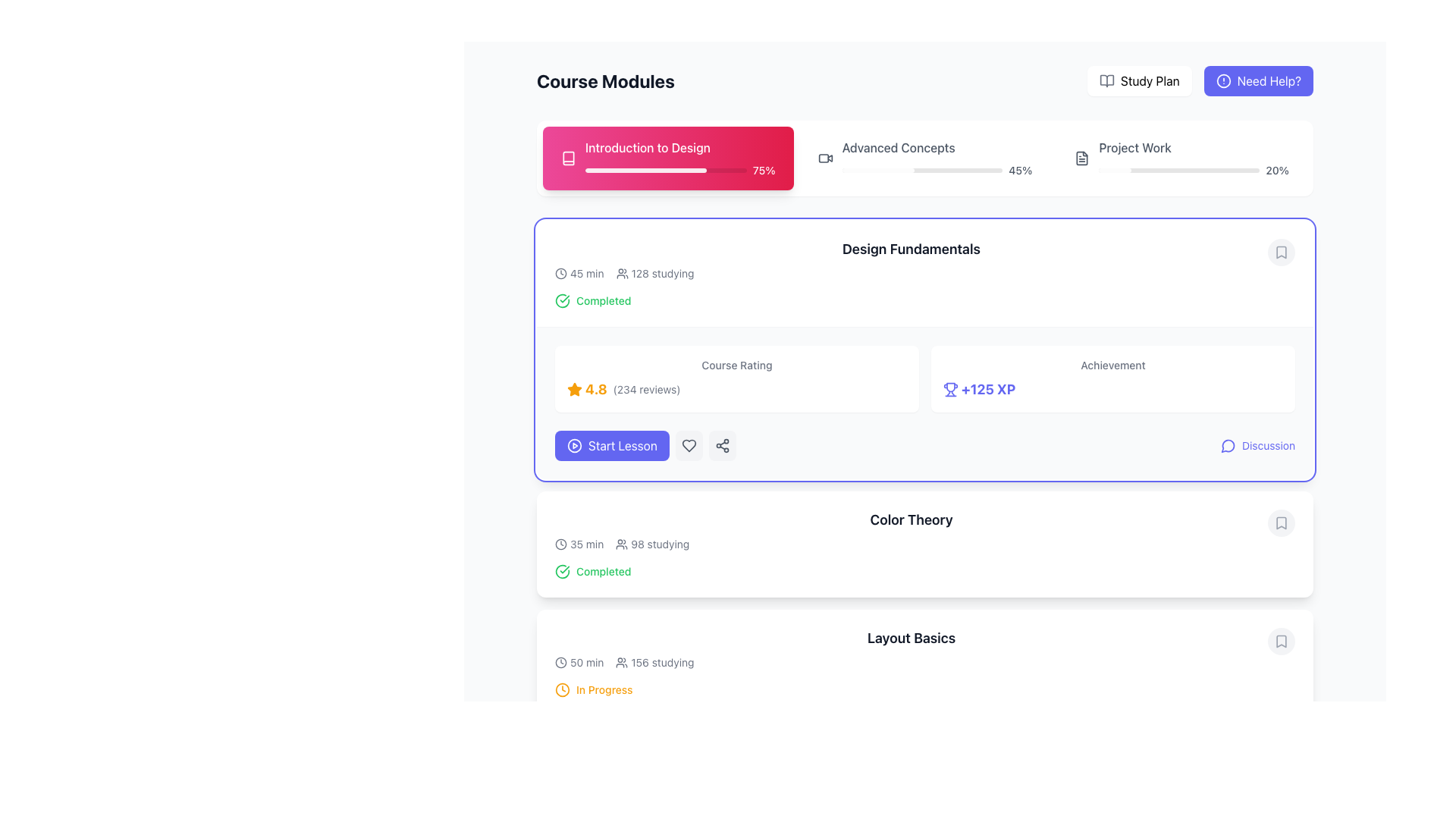 Image resolution: width=1456 pixels, height=819 pixels. I want to click on the static text label that serves as a title for the course rating information, located above the '4.8 (234 reviews)' text and adjacent to the star rating for the 'Design Fundamentals' course module, so click(736, 366).